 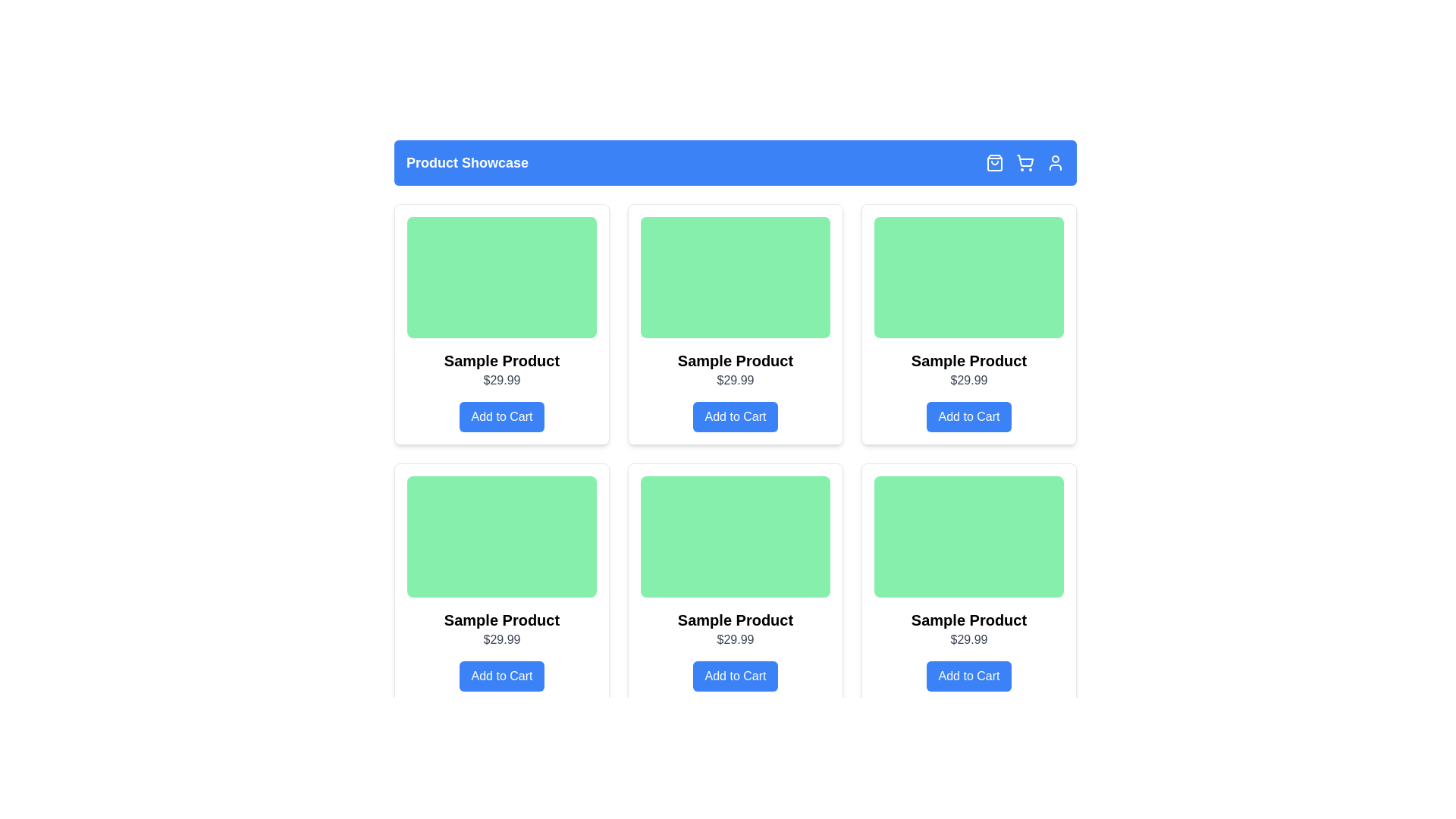 I want to click on the shopping bag icon located in the top navigation bar, which is the leftmost icon among three icons, so click(x=994, y=163).